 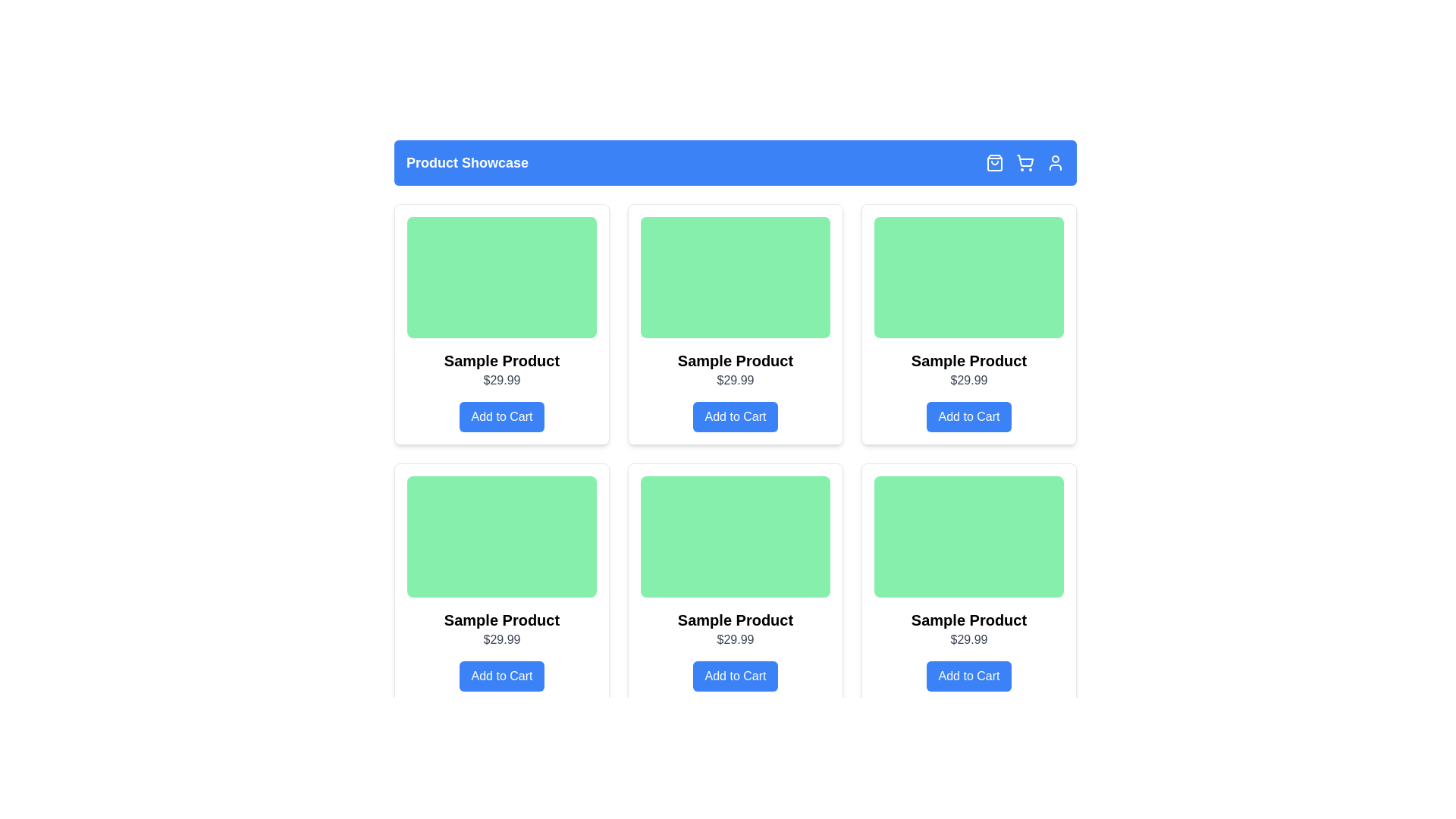 I want to click on the shopping bag icon located in the top navigation bar, which is the leftmost icon among three icons, so click(x=994, y=163).